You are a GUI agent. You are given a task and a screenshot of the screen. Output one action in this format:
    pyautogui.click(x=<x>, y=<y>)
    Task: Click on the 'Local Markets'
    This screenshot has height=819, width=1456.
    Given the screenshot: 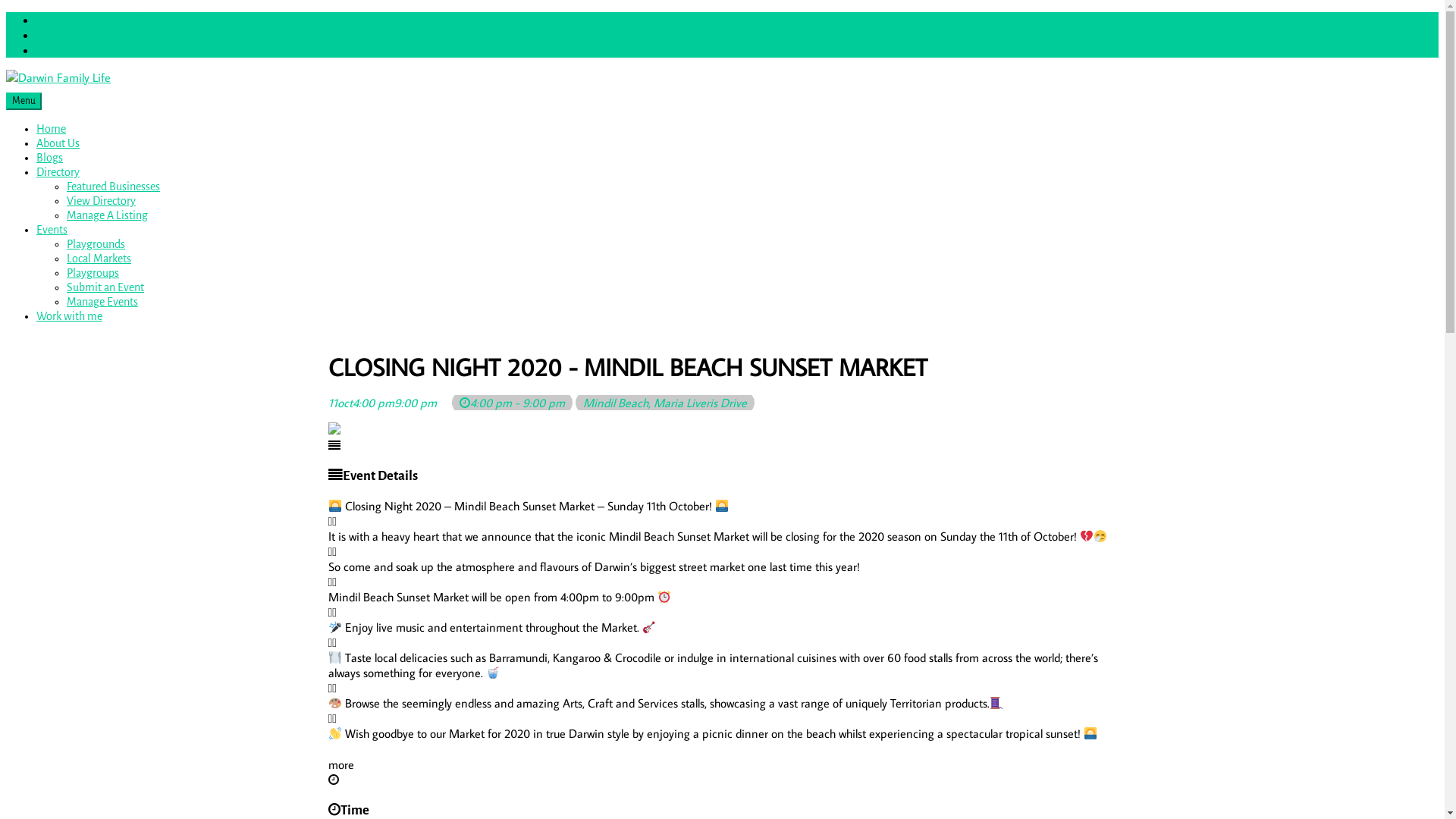 What is the action you would take?
    pyautogui.click(x=98, y=257)
    